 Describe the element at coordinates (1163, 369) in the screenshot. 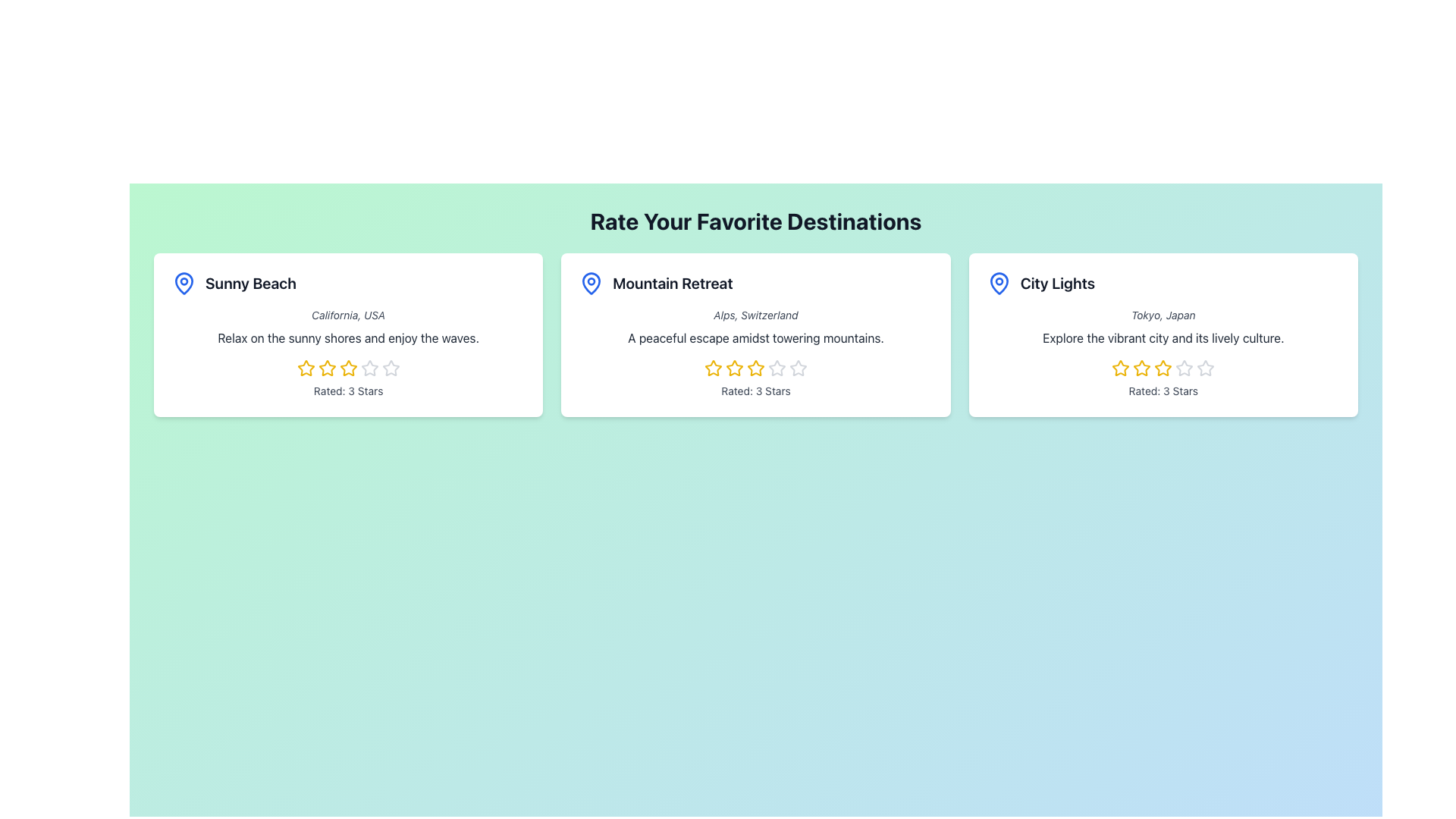

I see `the fourth star icon with a golden-yellow outline in the rating section of the 'City Lights' destination card` at that location.